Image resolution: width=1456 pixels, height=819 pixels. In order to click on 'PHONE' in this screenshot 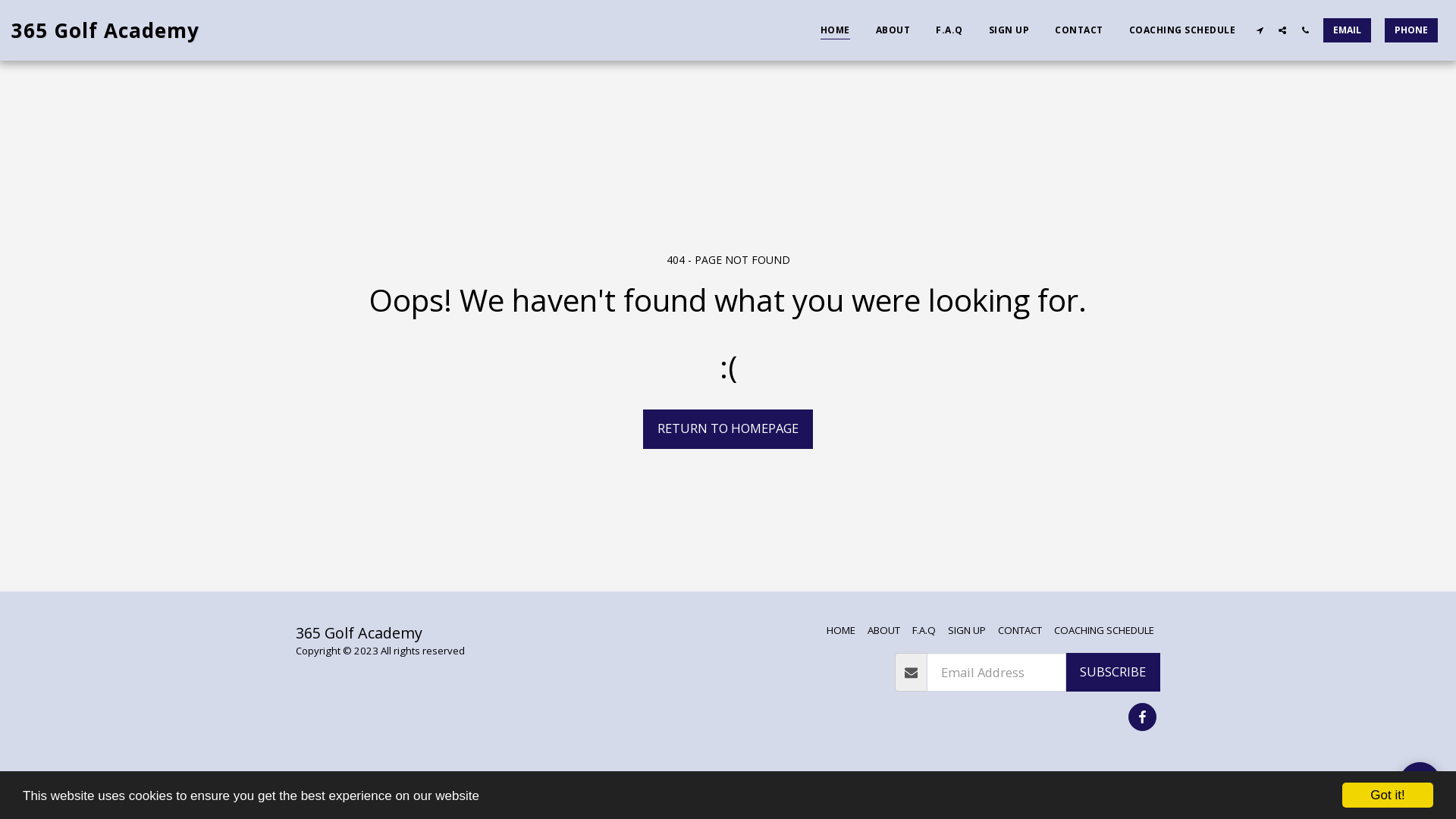, I will do `click(1379, 30)`.